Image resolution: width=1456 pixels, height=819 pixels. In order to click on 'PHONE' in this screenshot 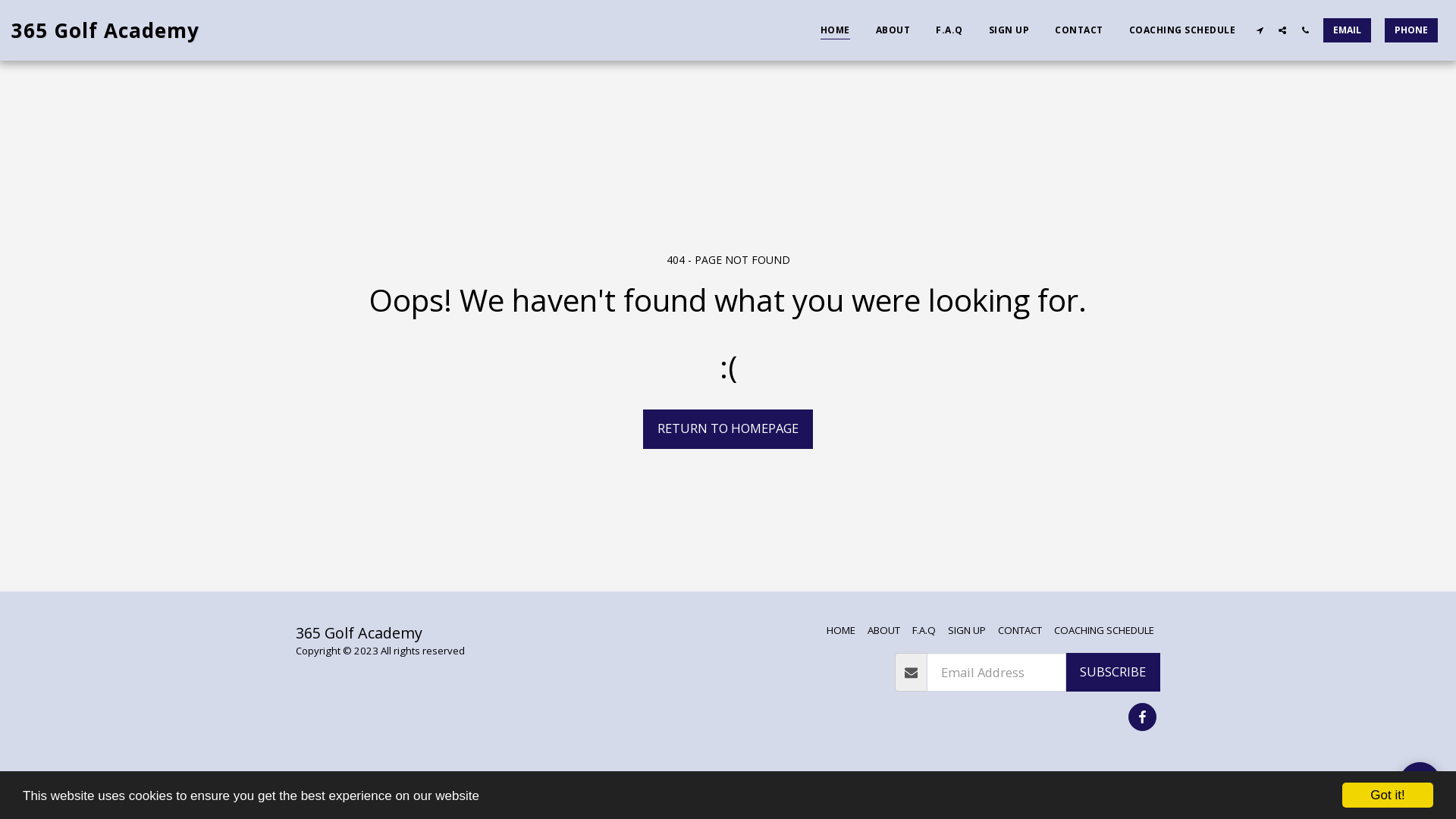, I will do `click(1379, 30)`.